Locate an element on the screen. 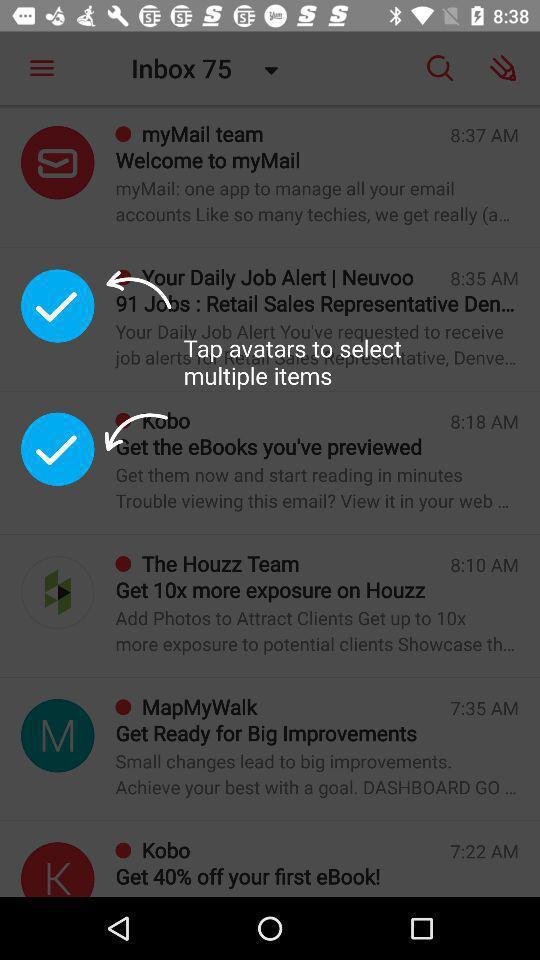  the email icon is located at coordinates (57, 161).